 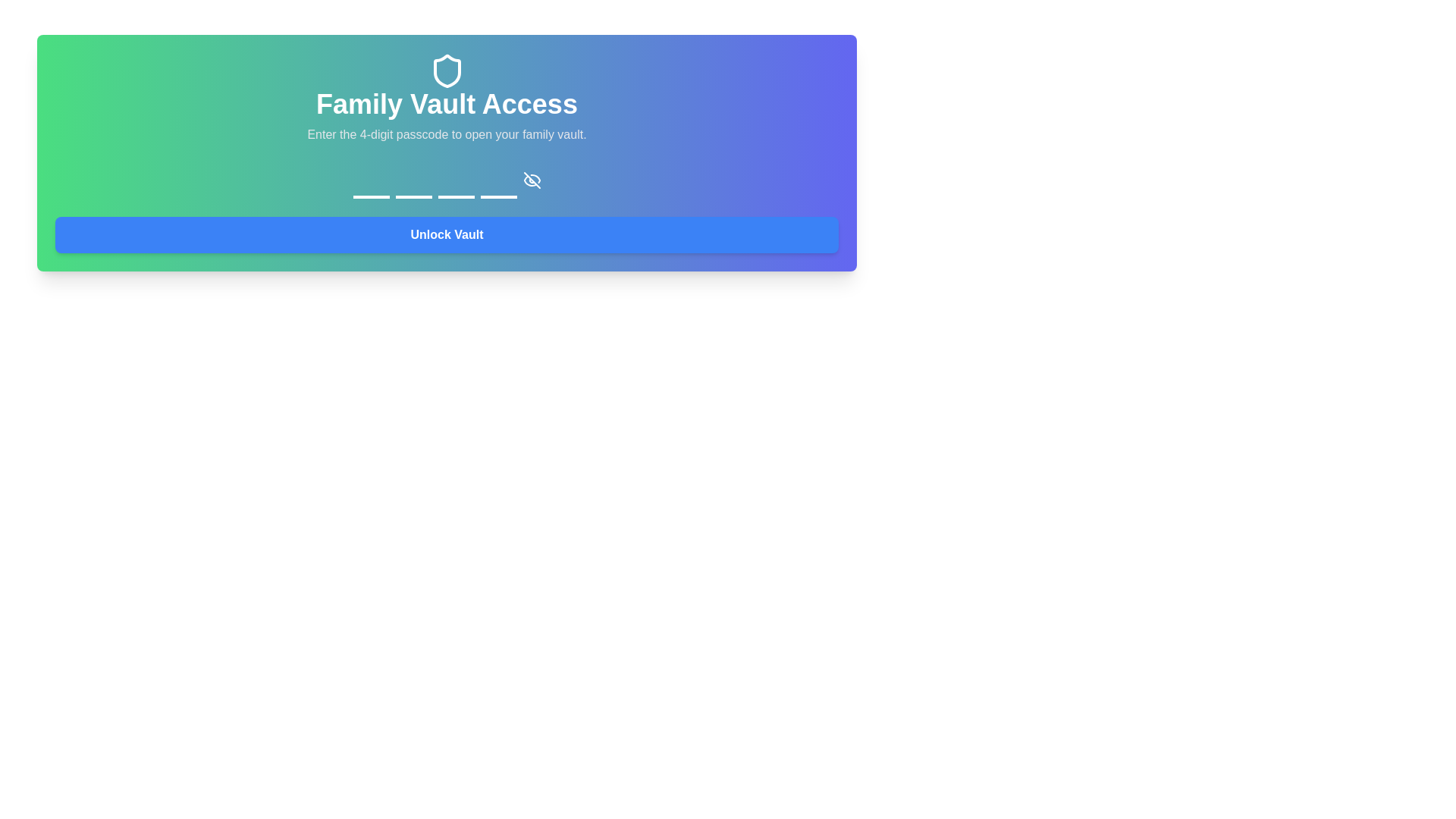 What do you see at coordinates (532, 180) in the screenshot?
I see `the icon button that toggles the visibility of the entered passcode, located to the right of the four input fields for passcode entry` at bounding box center [532, 180].